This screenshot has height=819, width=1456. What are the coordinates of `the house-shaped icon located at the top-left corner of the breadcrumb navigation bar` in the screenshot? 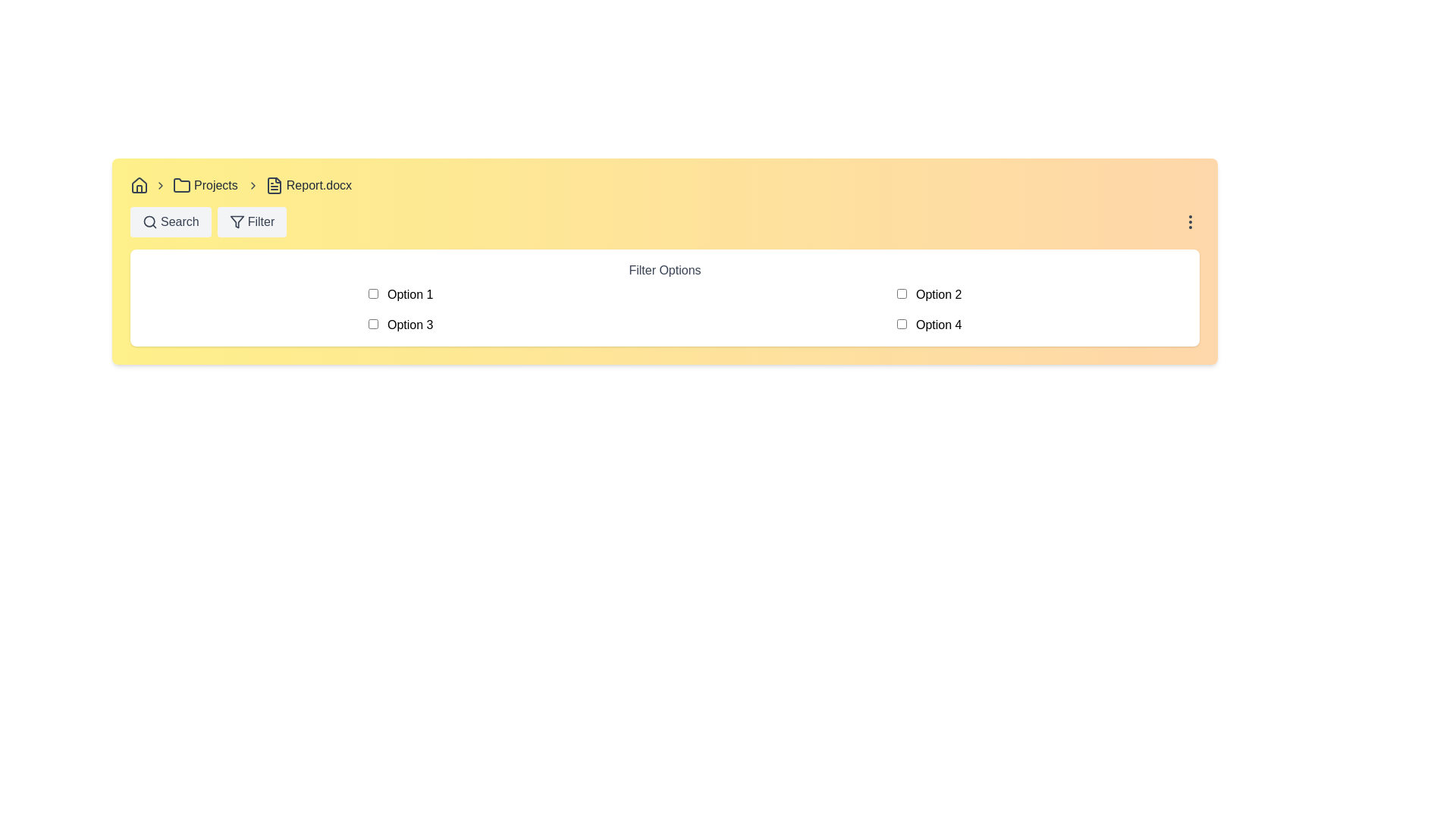 It's located at (139, 185).